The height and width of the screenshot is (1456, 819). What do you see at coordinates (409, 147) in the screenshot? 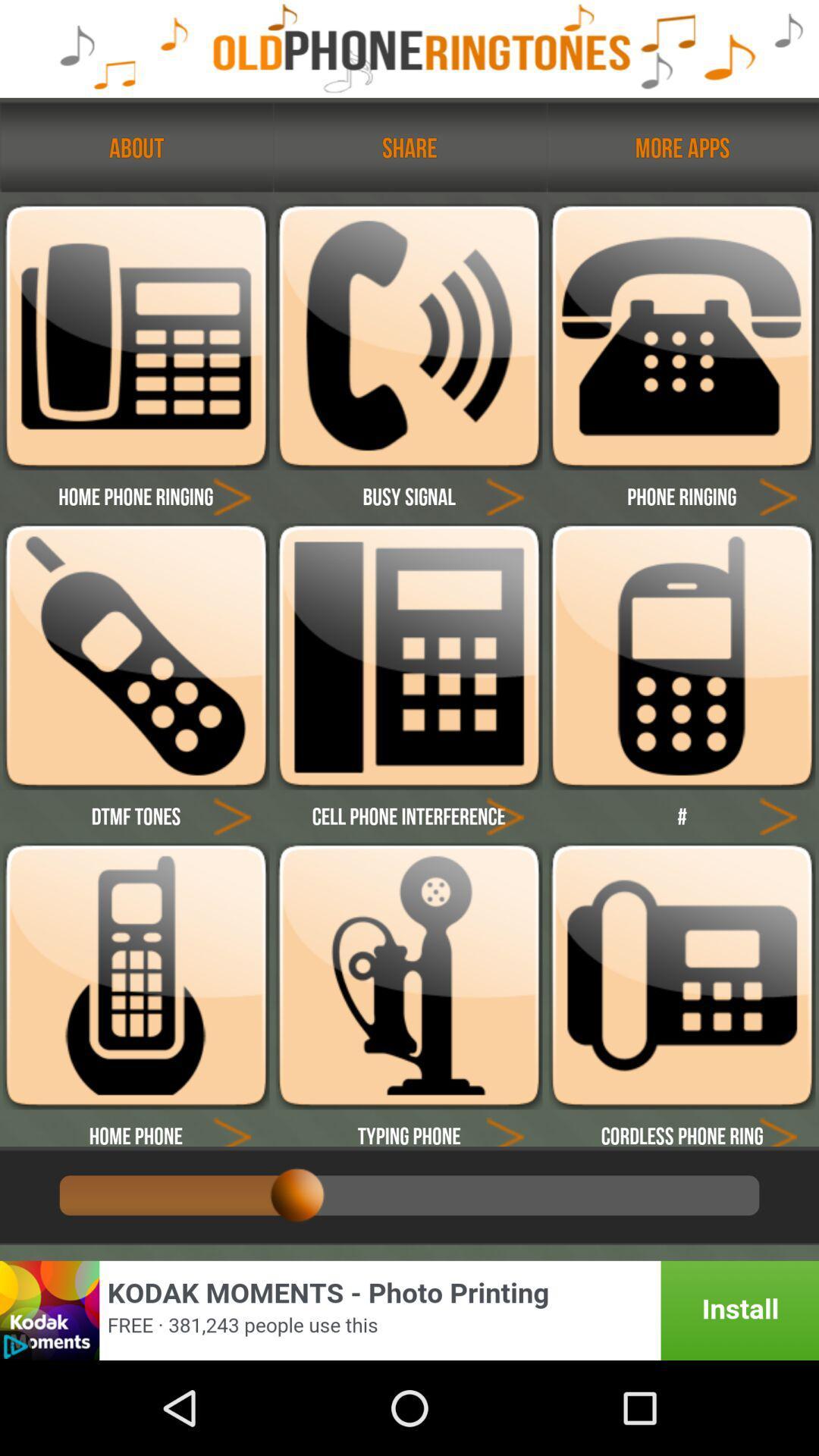
I see `text called share` at bounding box center [409, 147].